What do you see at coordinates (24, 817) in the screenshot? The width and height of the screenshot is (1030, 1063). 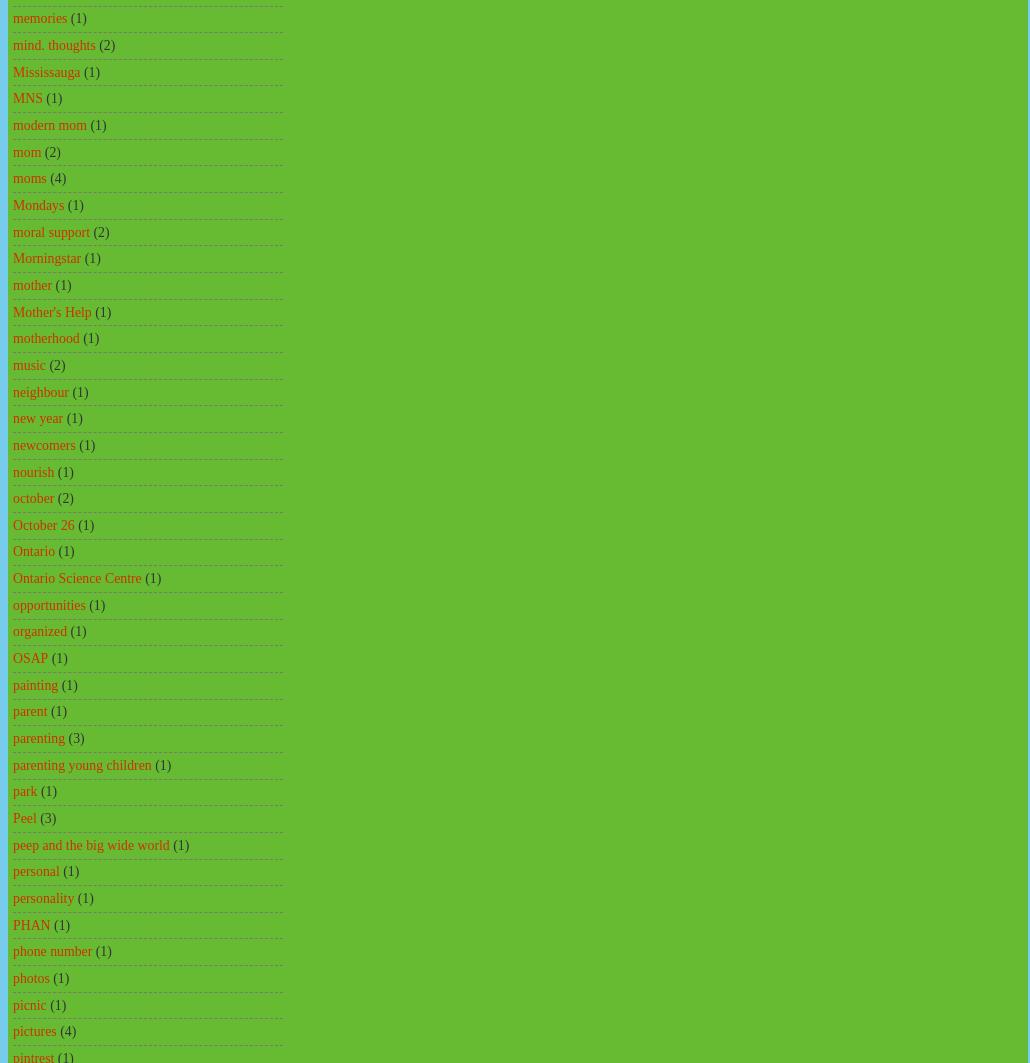 I see `'Peel'` at bounding box center [24, 817].